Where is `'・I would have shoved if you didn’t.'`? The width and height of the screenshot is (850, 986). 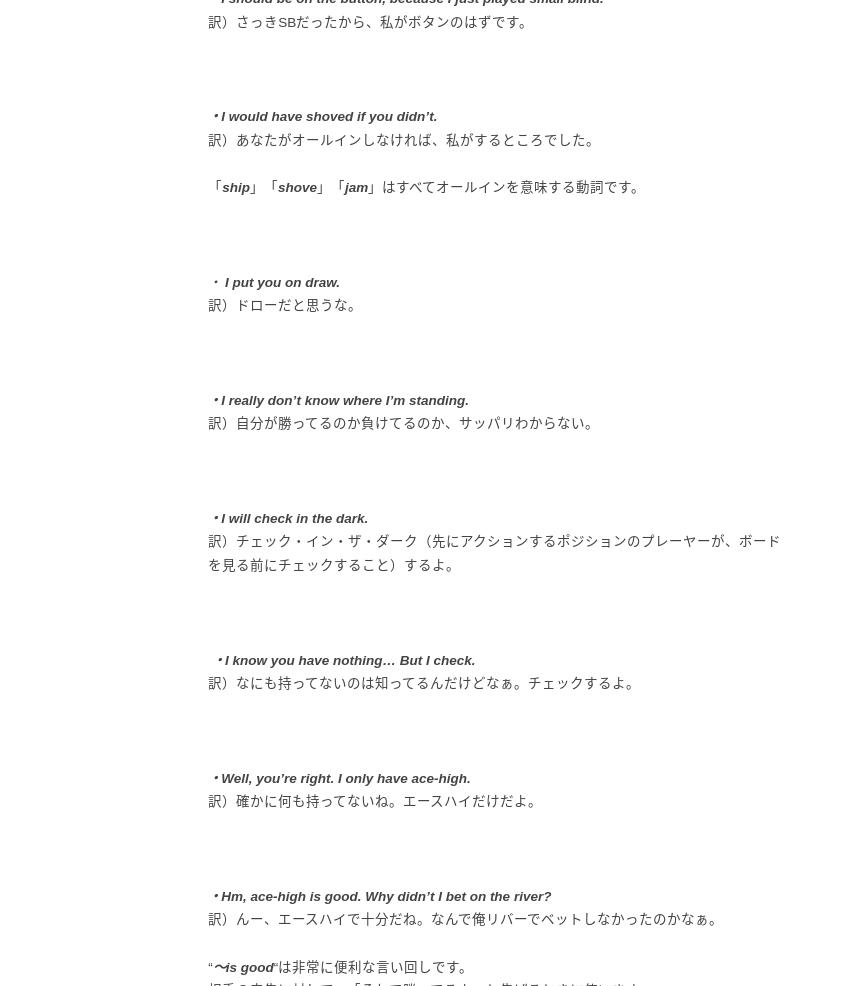 '・I would have shoved if you didn’t.' is located at coordinates (322, 116).